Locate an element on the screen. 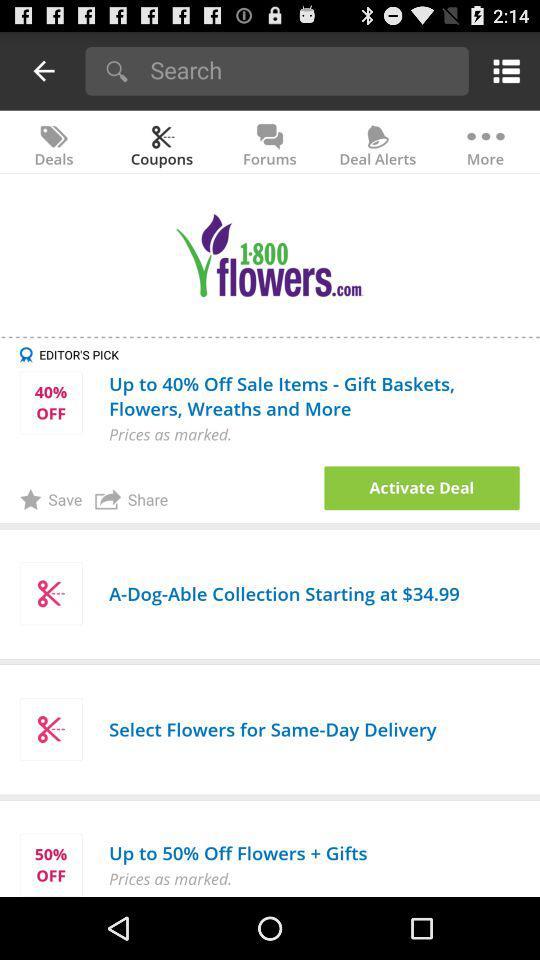  item on the right is located at coordinates (421, 487).